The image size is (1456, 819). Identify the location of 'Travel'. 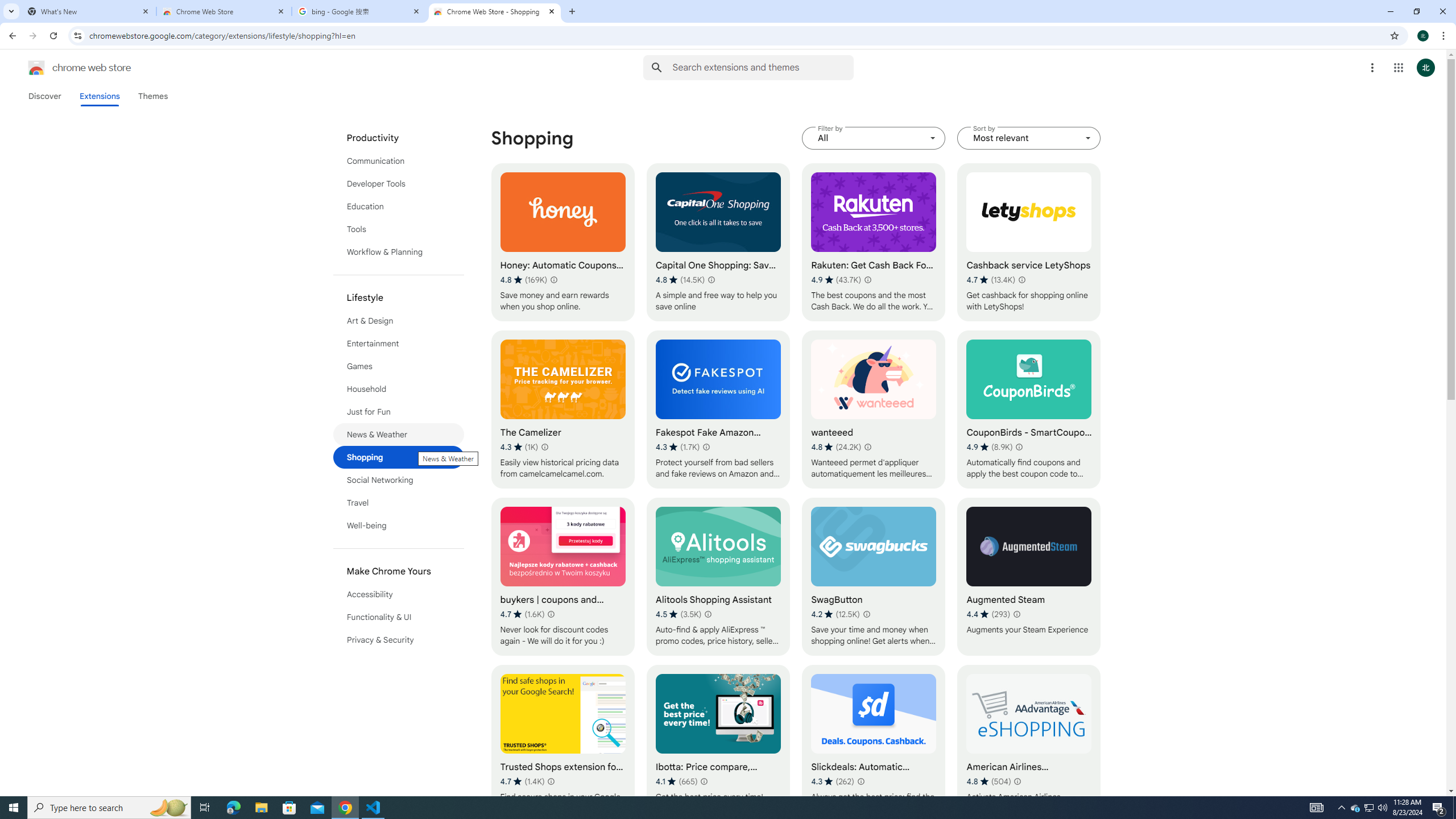
(399, 503).